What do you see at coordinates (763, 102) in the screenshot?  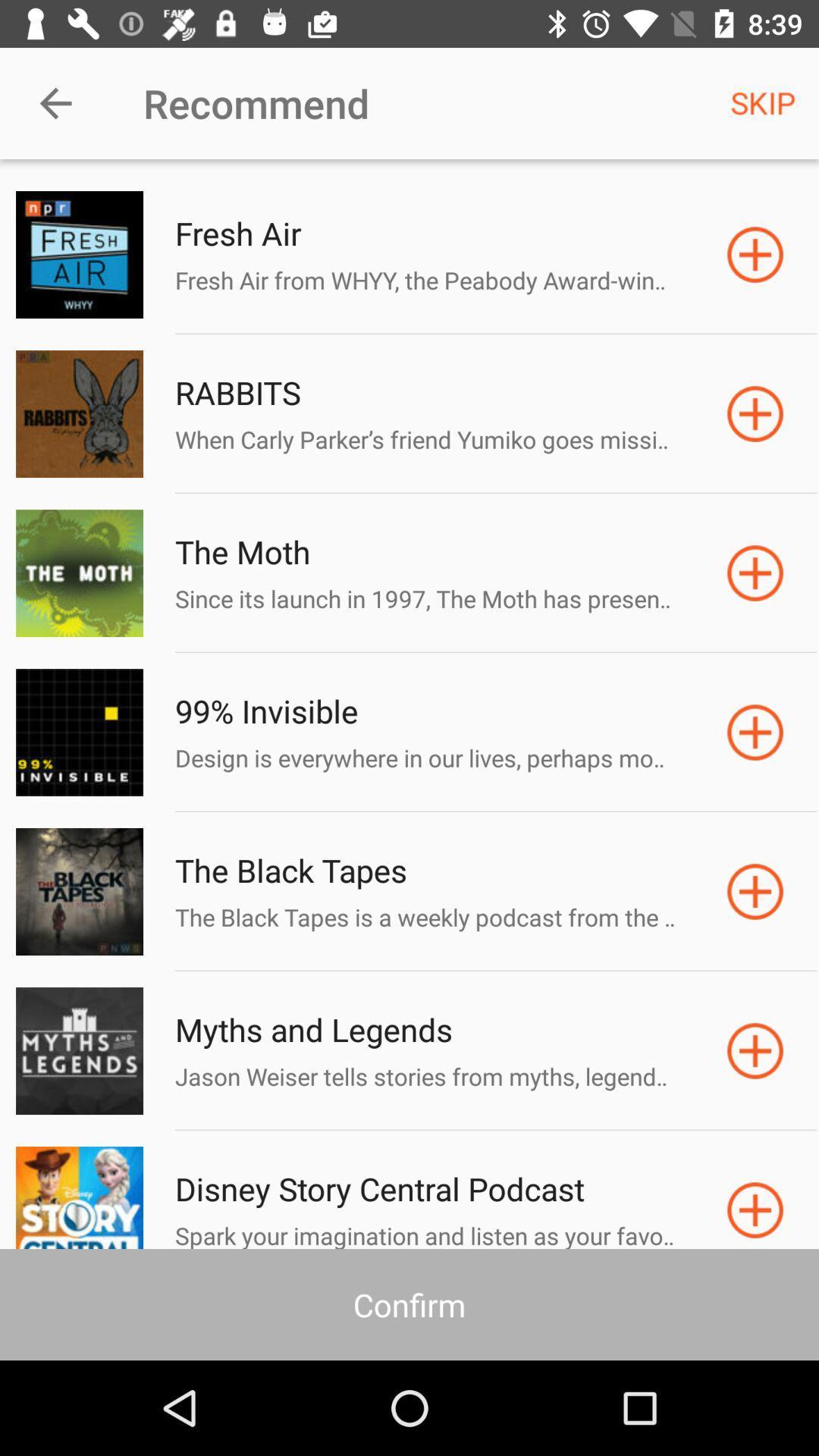 I see `the item to the right of recommend` at bounding box center [763, 102].